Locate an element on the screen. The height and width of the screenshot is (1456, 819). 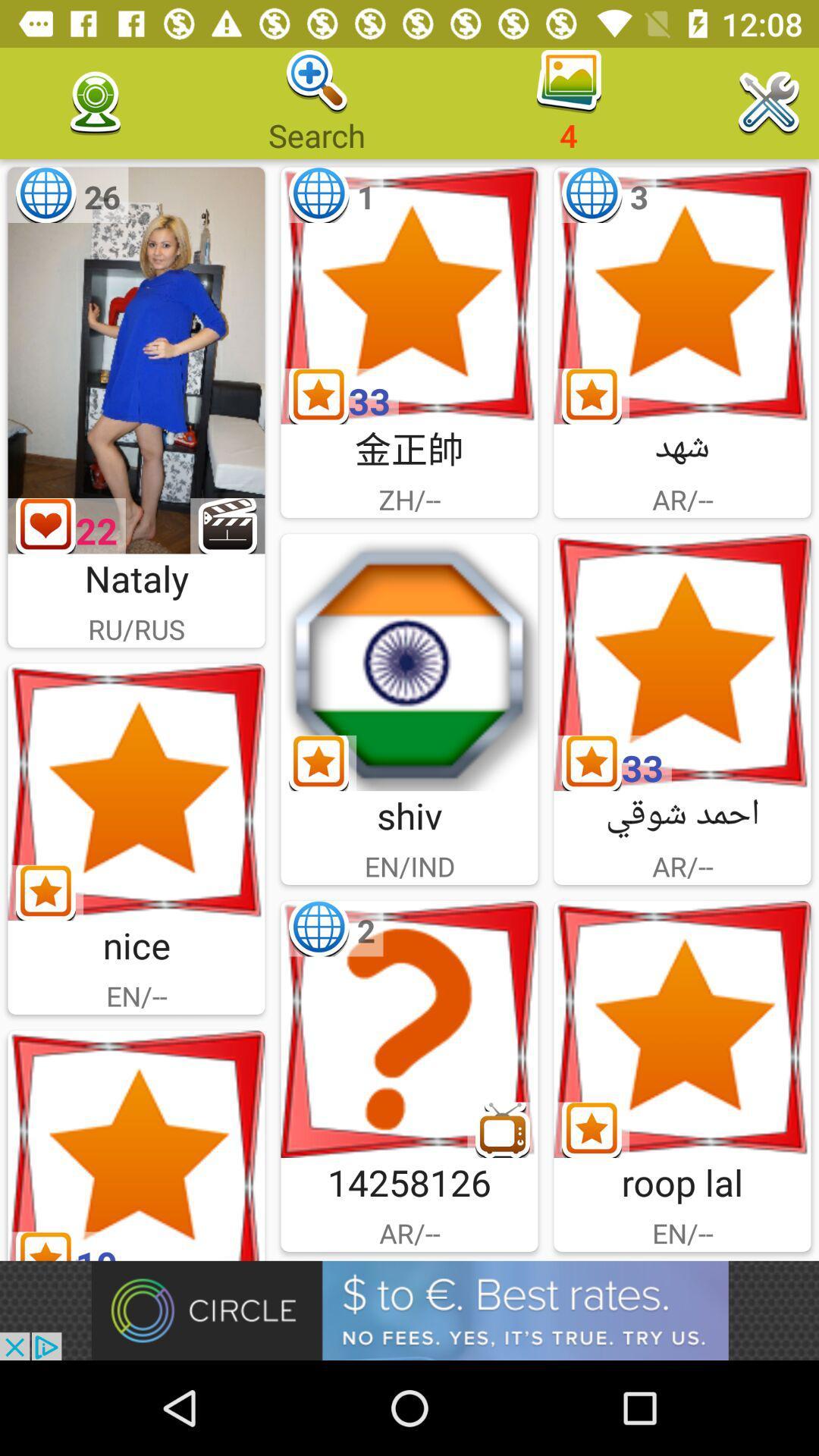
open picture is located at coordinates (136, 791).